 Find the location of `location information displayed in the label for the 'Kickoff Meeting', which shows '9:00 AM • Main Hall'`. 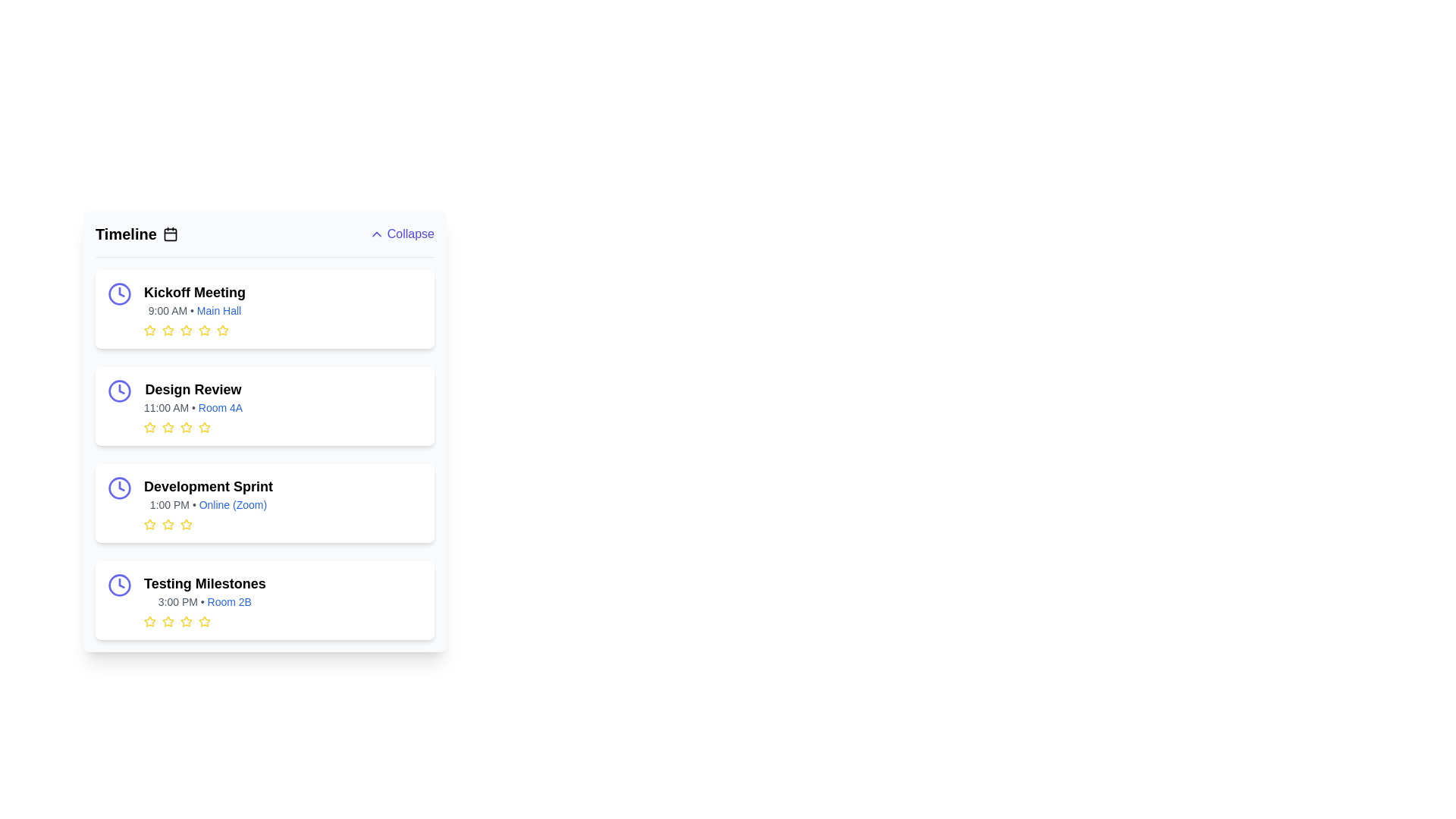

location information displayed in the label for the 'Kickoff Meeting', which shows '9:00 AM • Main Hall' is located at coordinates (218, 309).